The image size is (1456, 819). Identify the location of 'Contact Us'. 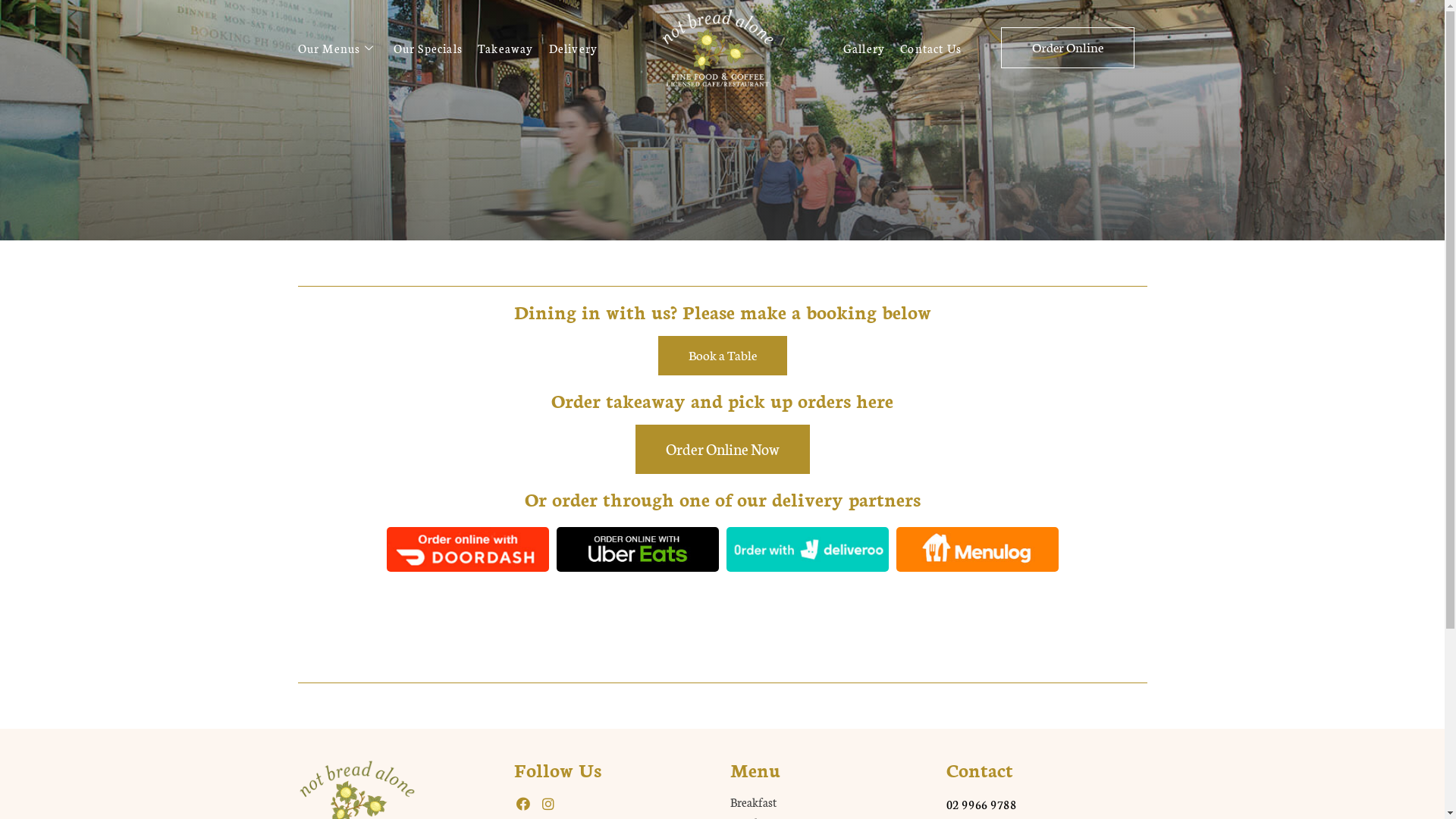
(937, 46).